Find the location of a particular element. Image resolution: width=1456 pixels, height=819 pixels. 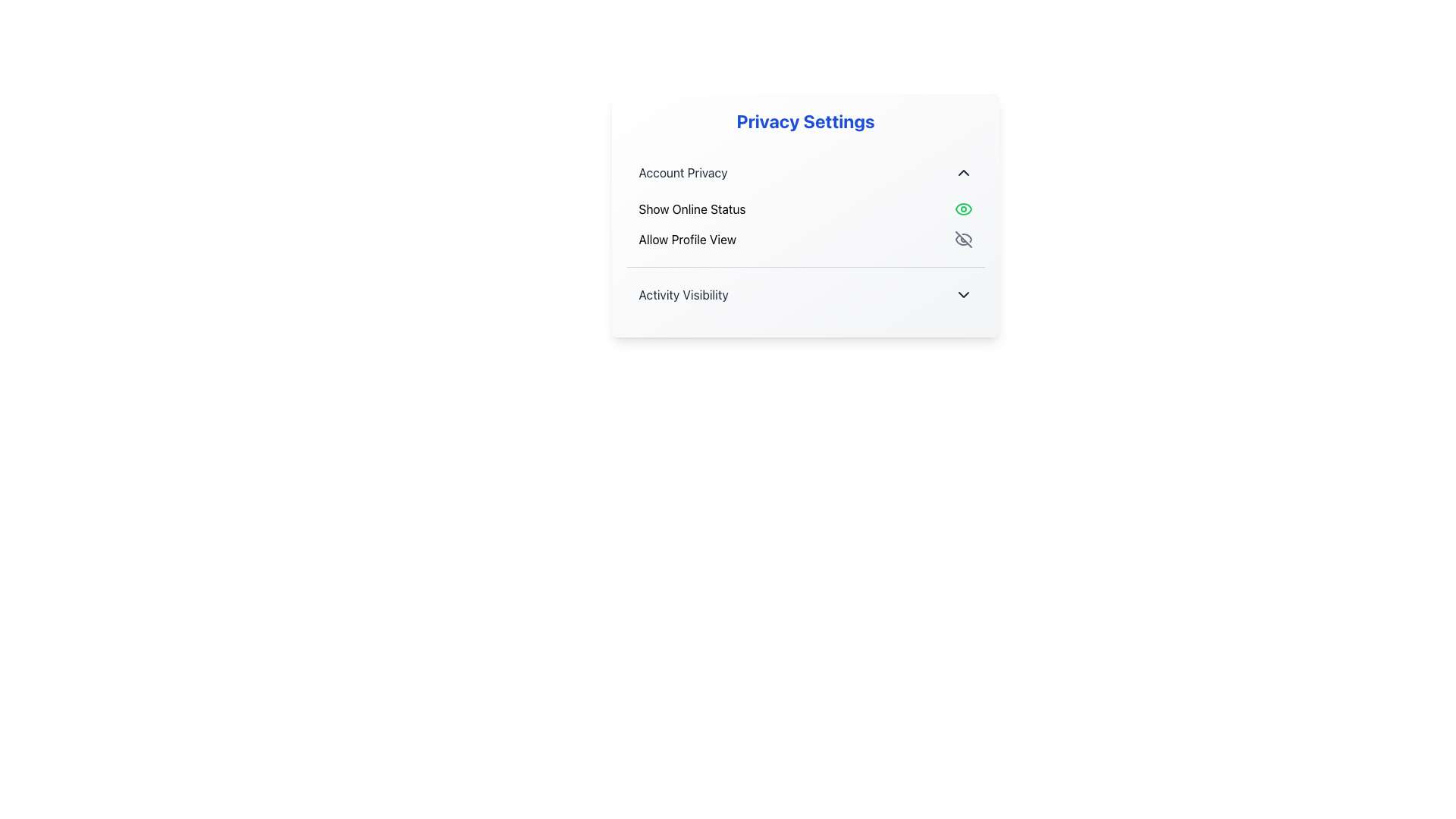

the text label displaying 'Allow Profile View' in black font, located in the privacy settings section, positioned before the eye icon and as the third row item is located at coordinates (686, 239).